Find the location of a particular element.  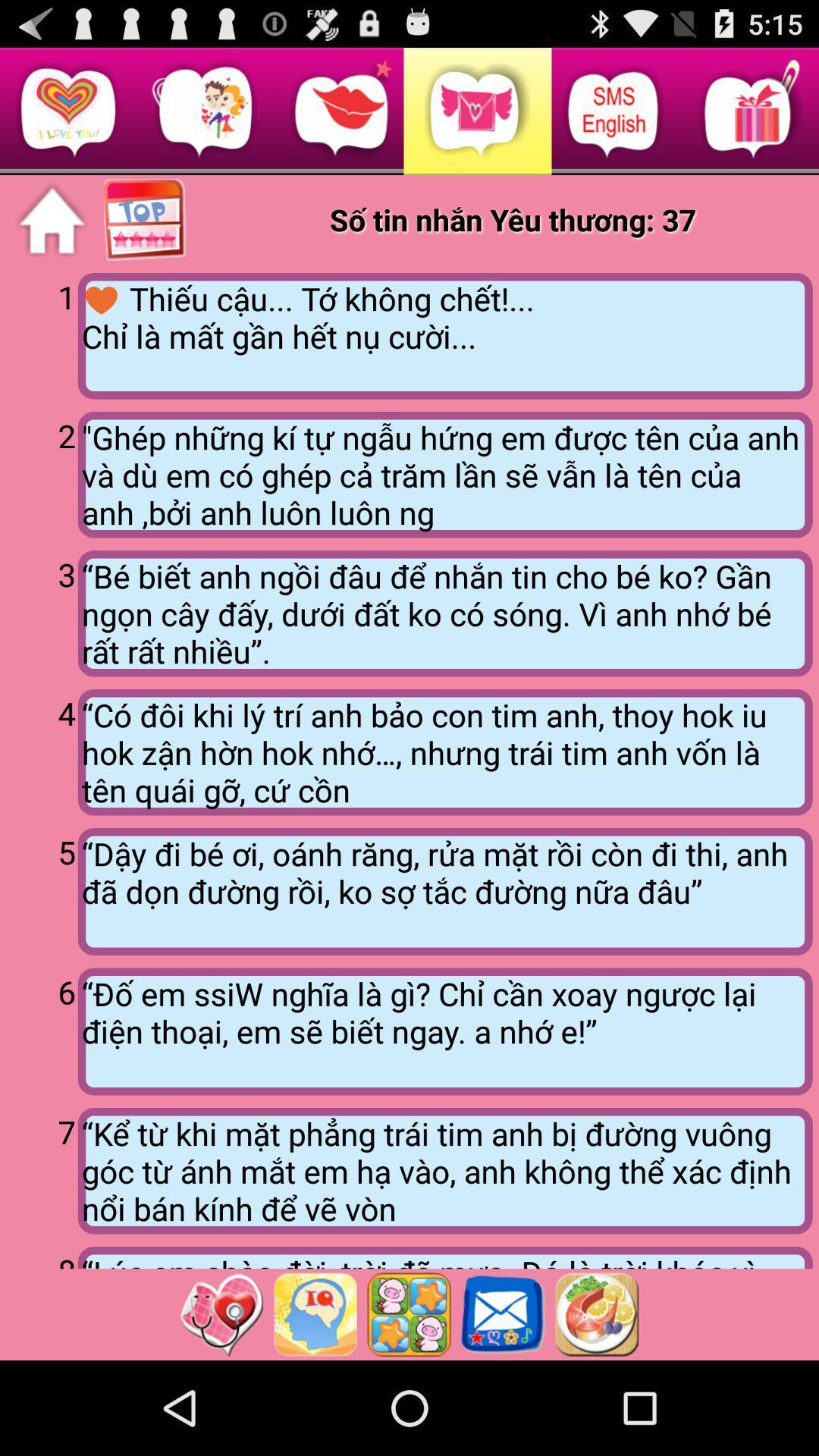

the item above the 4 is located at coordinates (444, 613).